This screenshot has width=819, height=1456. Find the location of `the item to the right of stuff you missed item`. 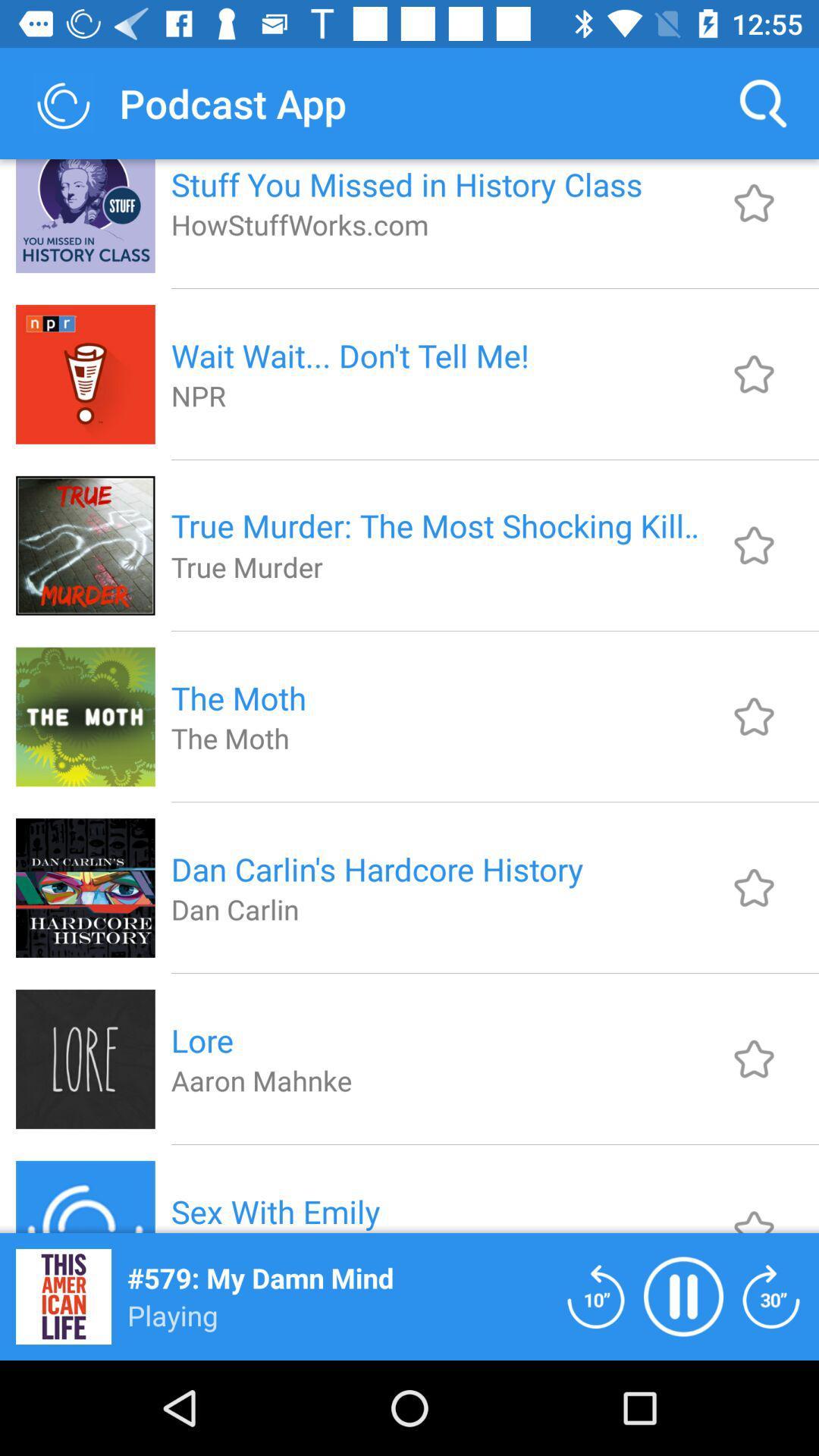

the item to the right of stuff you missed item is located at coordinates (763, 102).